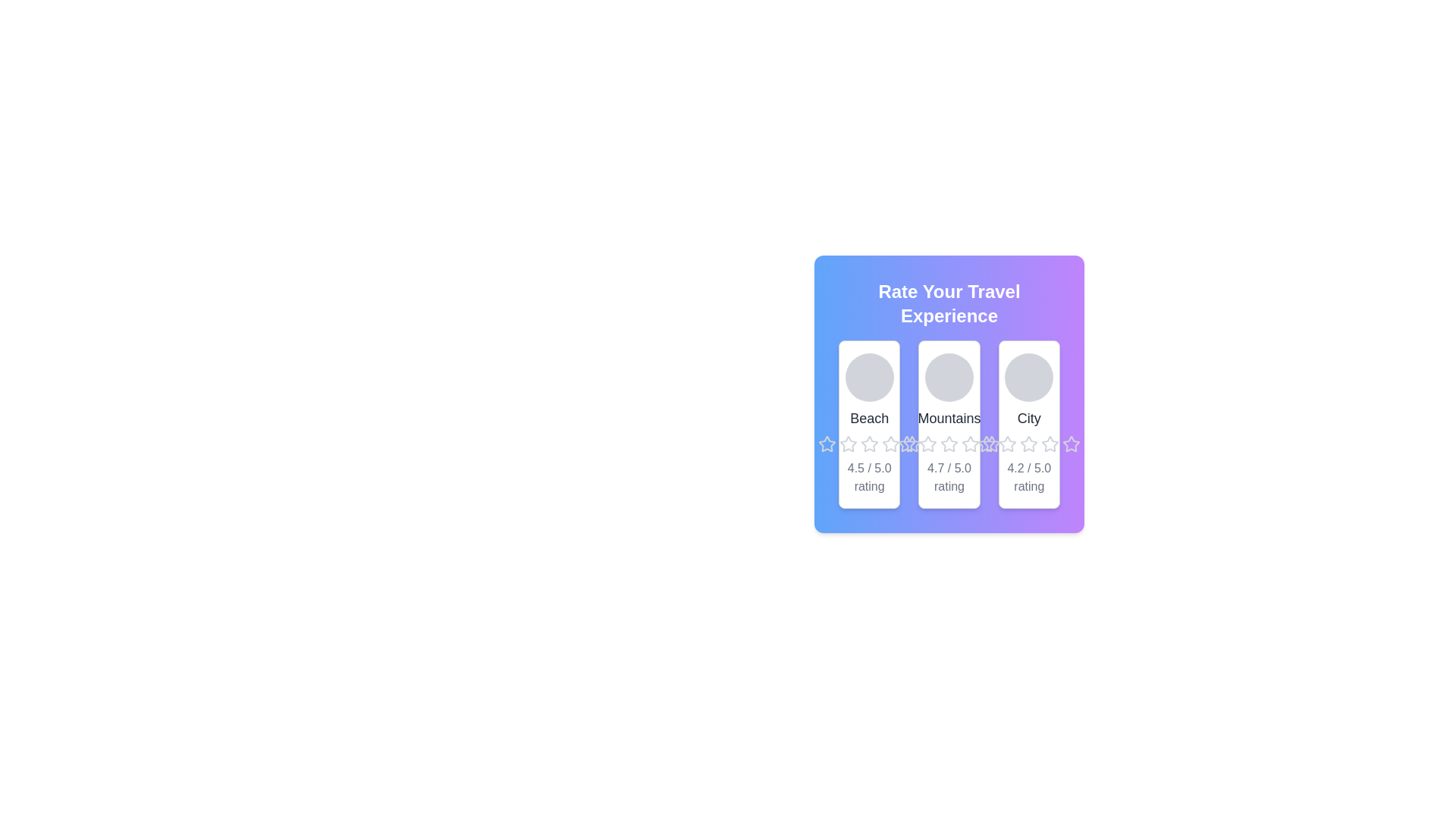 The height and width of the screenshot is (819, 1456). What do you see at coordinates (1071, 444) in the screenshot?
I see `the 5th star icon` at bounding box center [1071, 444].